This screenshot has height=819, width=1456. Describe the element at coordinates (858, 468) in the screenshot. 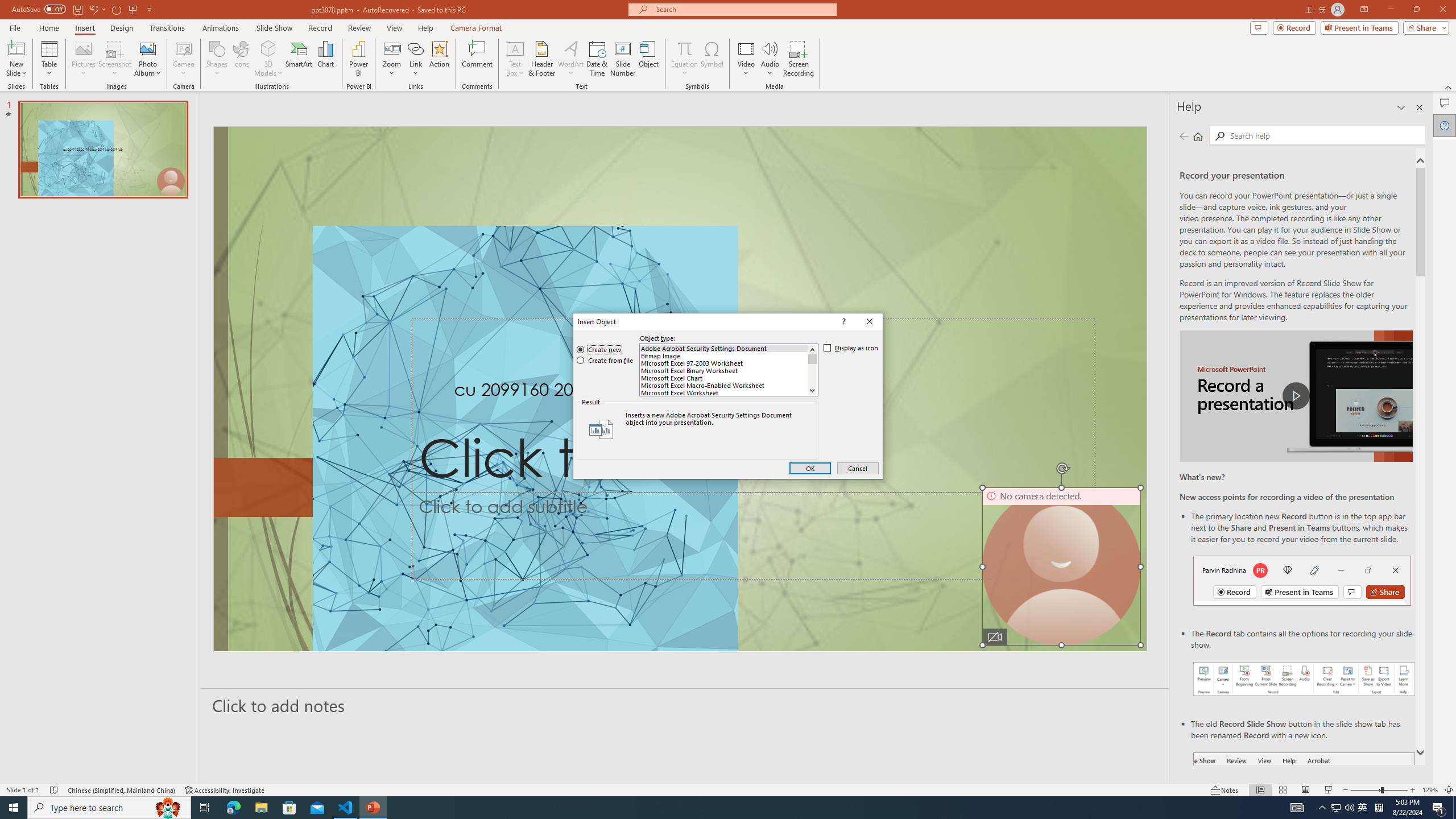

I see `'Cancel'` at that location.